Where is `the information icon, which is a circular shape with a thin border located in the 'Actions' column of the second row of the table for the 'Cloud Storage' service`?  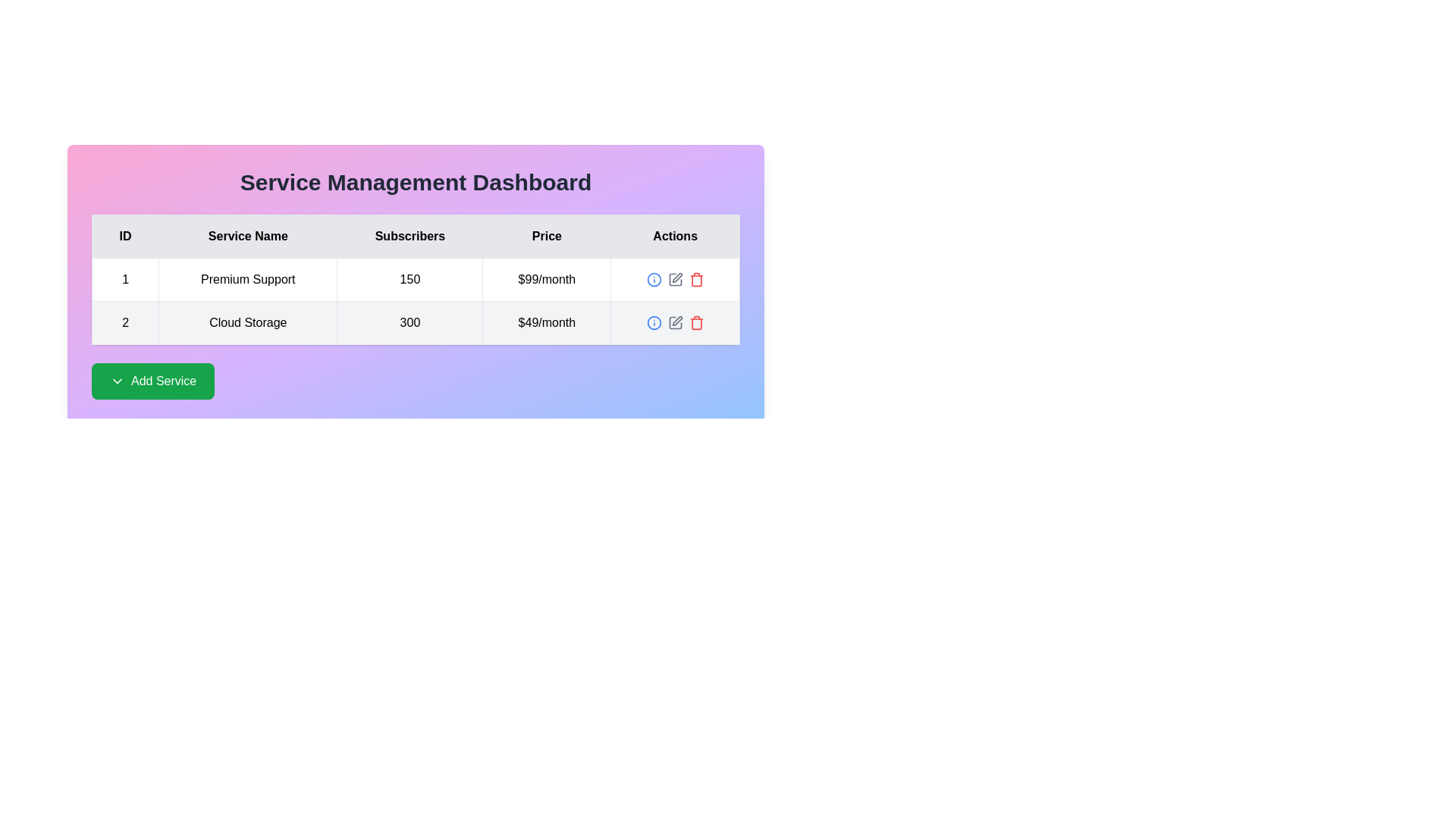 the information icon, which is a circular shape with a thin border located in the 'Actions' column of the second row of the table for the 'Cloud Storage' service is located at coordinates (654, 280).